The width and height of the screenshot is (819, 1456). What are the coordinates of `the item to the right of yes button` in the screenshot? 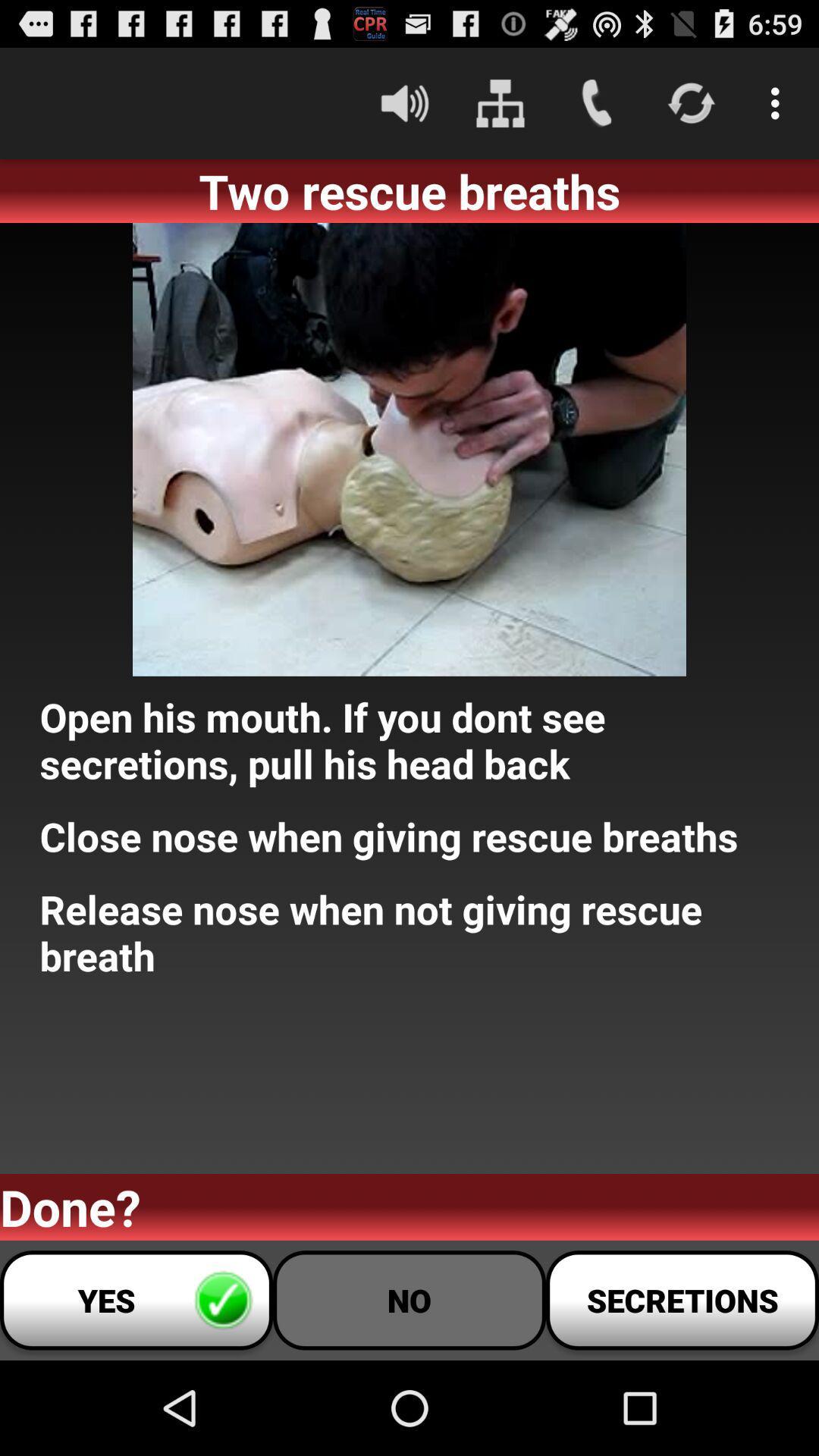 It's located at (409, 1299).